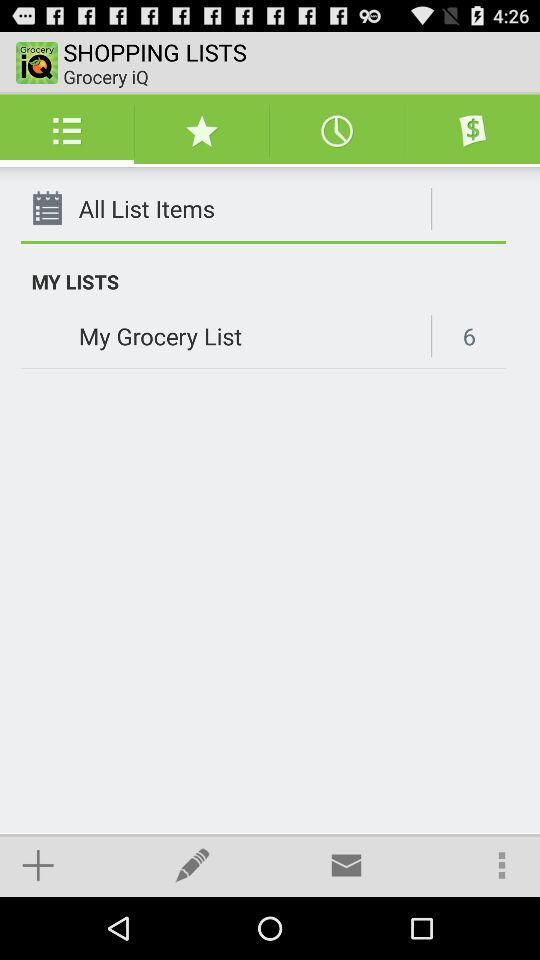 This screenshot has height=960, width=540. What do you see at coordinates (345, 864) in the screenshot?
I see `the item below my grocery list` at bounding box center [345, 864].